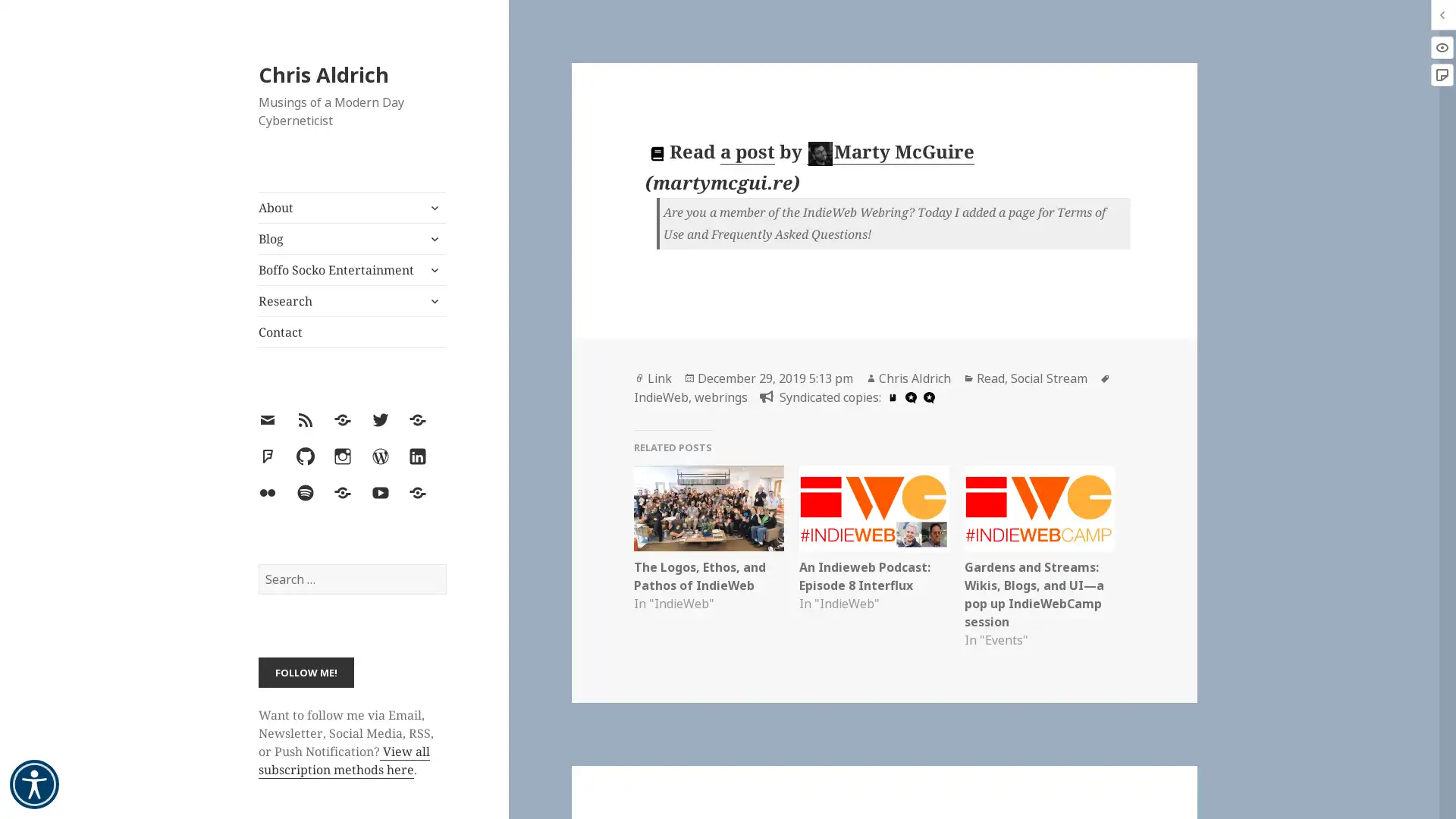 The width and height of the screenshot is (1456, 819). Describe the element at coordinates (305, 671) in the screenshot. I see `Follow Me!` at that location.